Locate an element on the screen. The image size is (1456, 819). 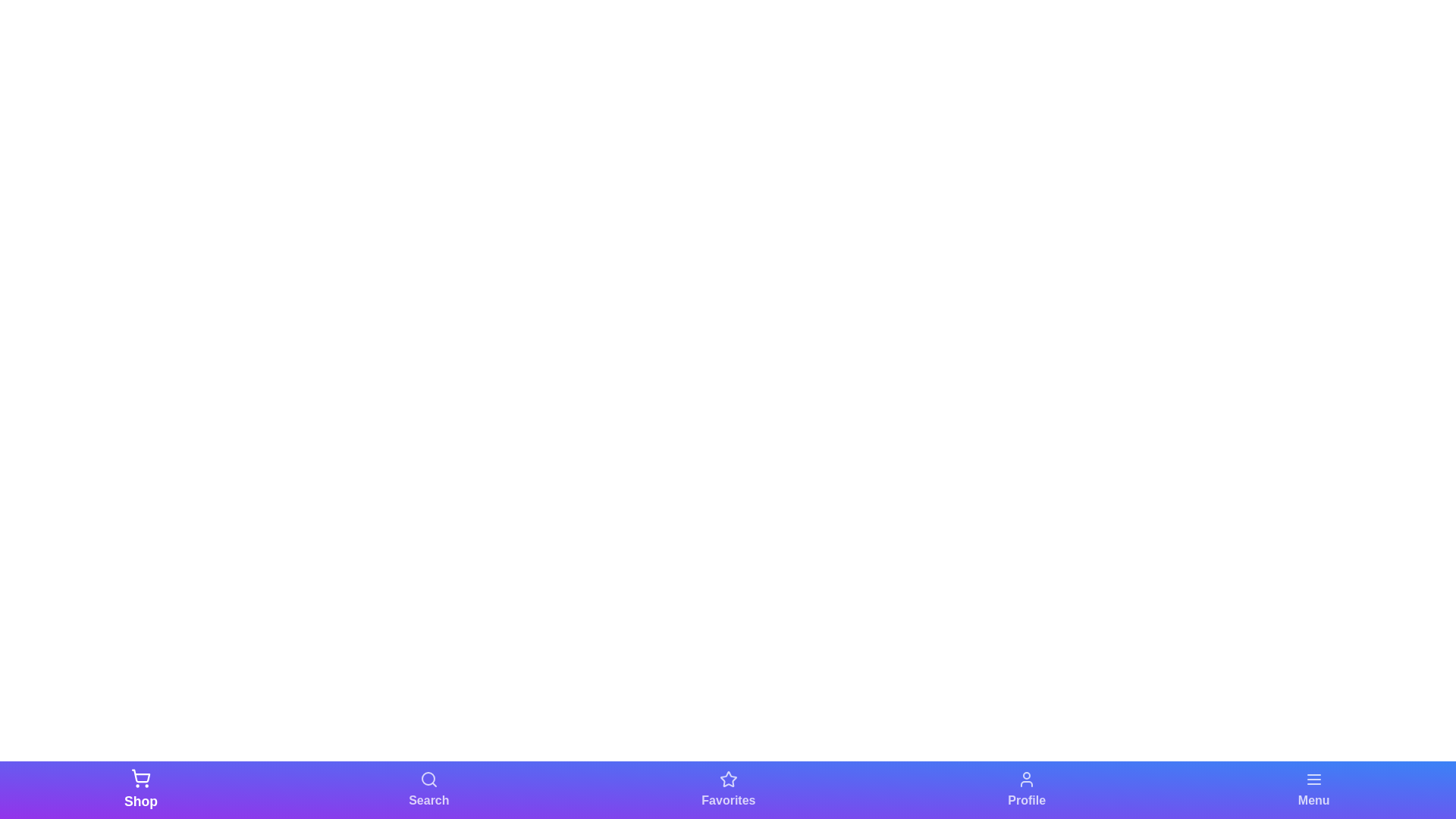
the navigation bar icon corresponding to Favorites is located at coordinates (728, 789).